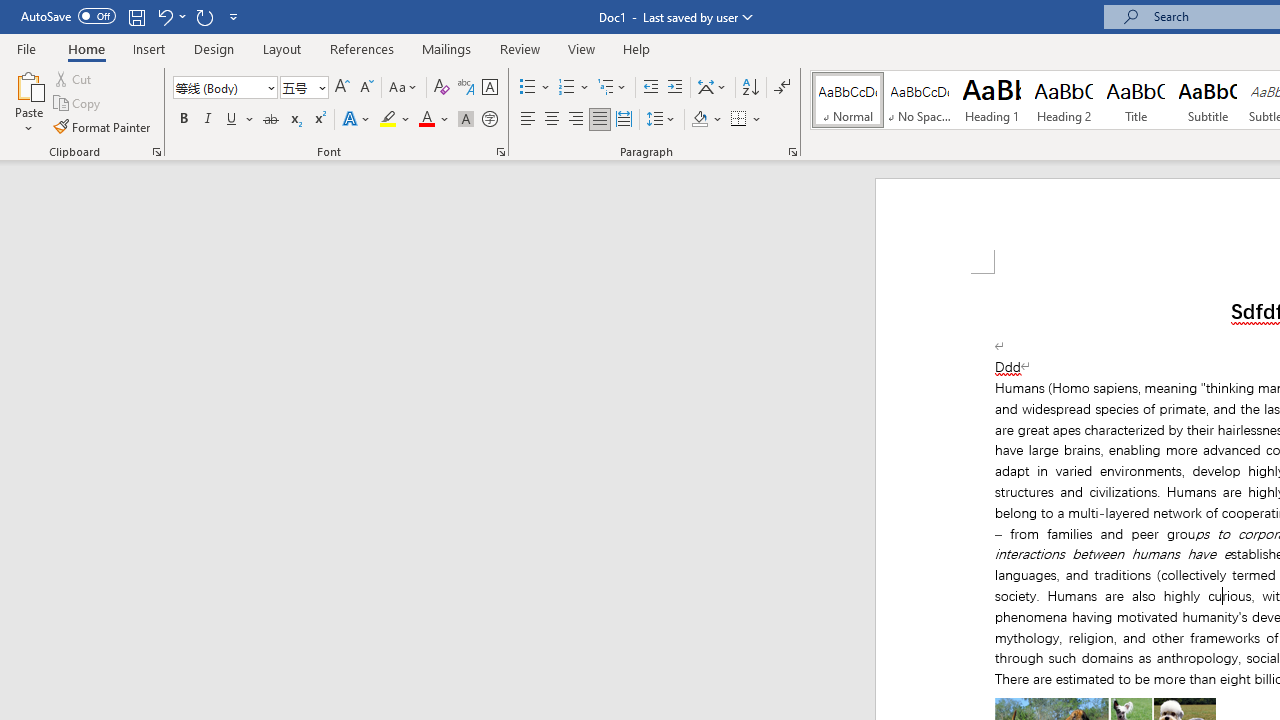  What do you see at coordinates (699, 119) in the screenshot?
I see `'Shading RGB(0, 0, 0)'` at bounding box center [699, 119].